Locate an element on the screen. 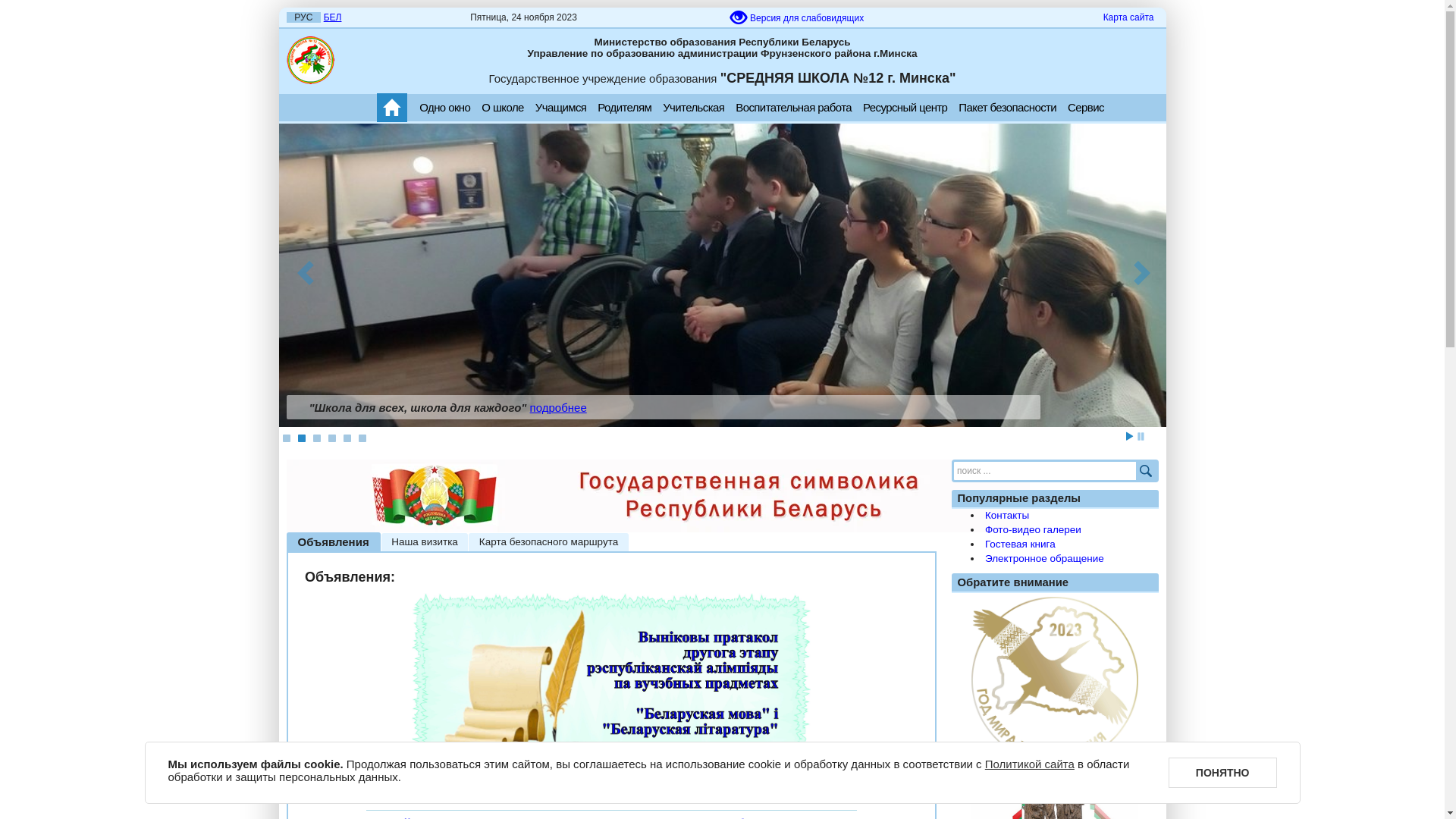 The image size is (1456, 819). '6' is located at coordinates (360, 438).